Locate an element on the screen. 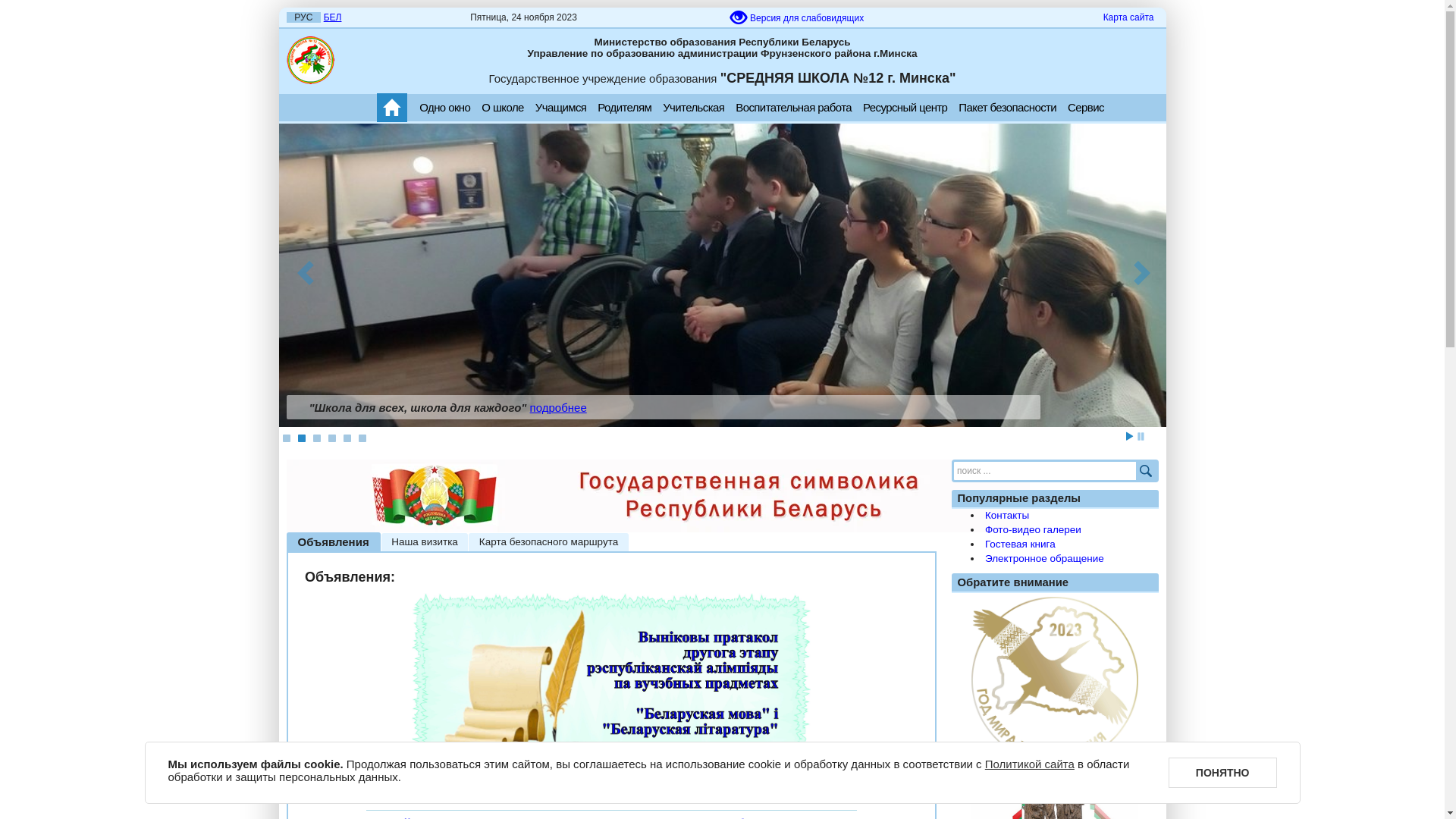 The image size is (1456, 819). '6' is located at coordinates (360, 438).